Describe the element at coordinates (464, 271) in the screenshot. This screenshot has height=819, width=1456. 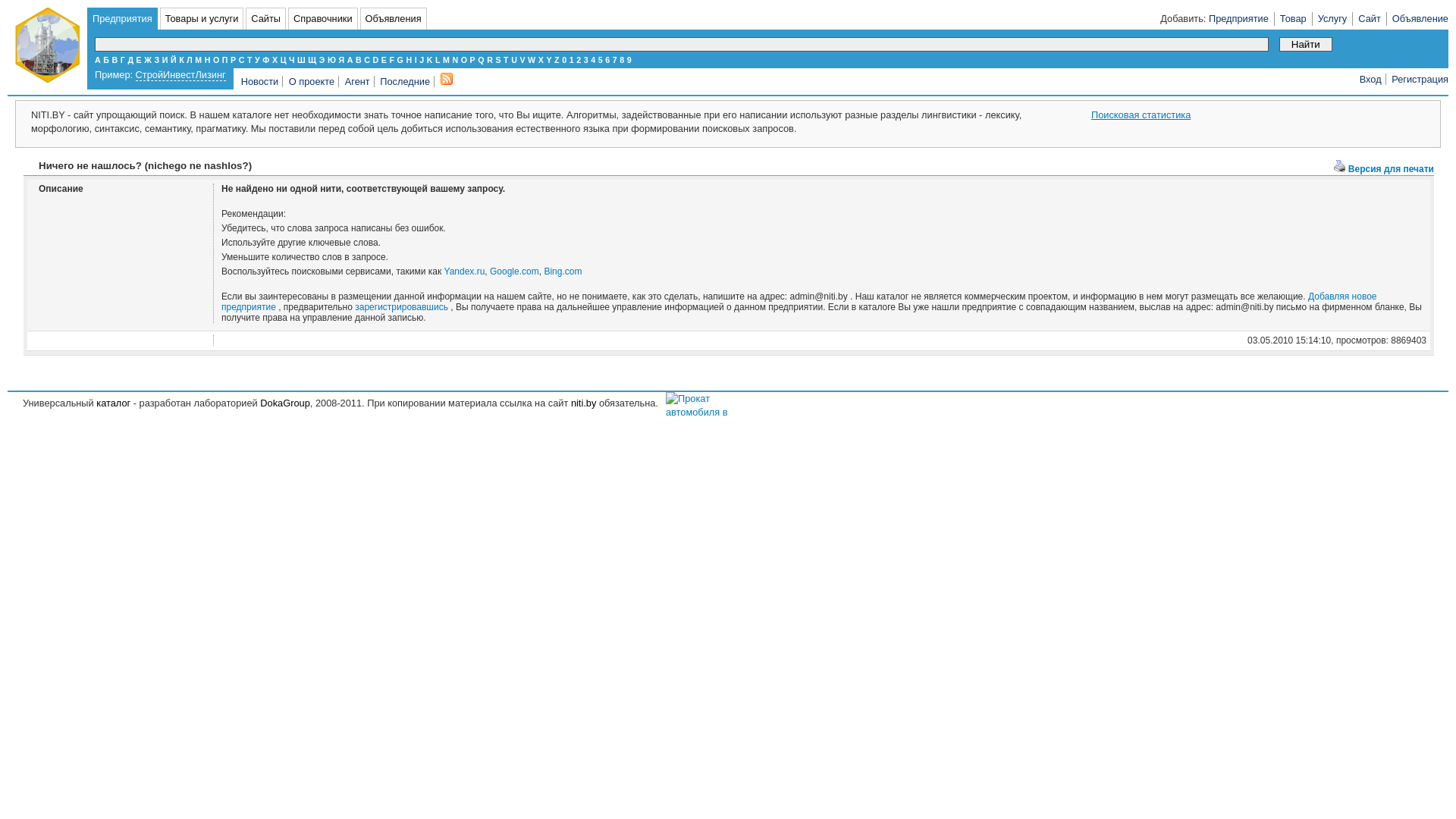
I see `'Yandex.ru'` at that location.